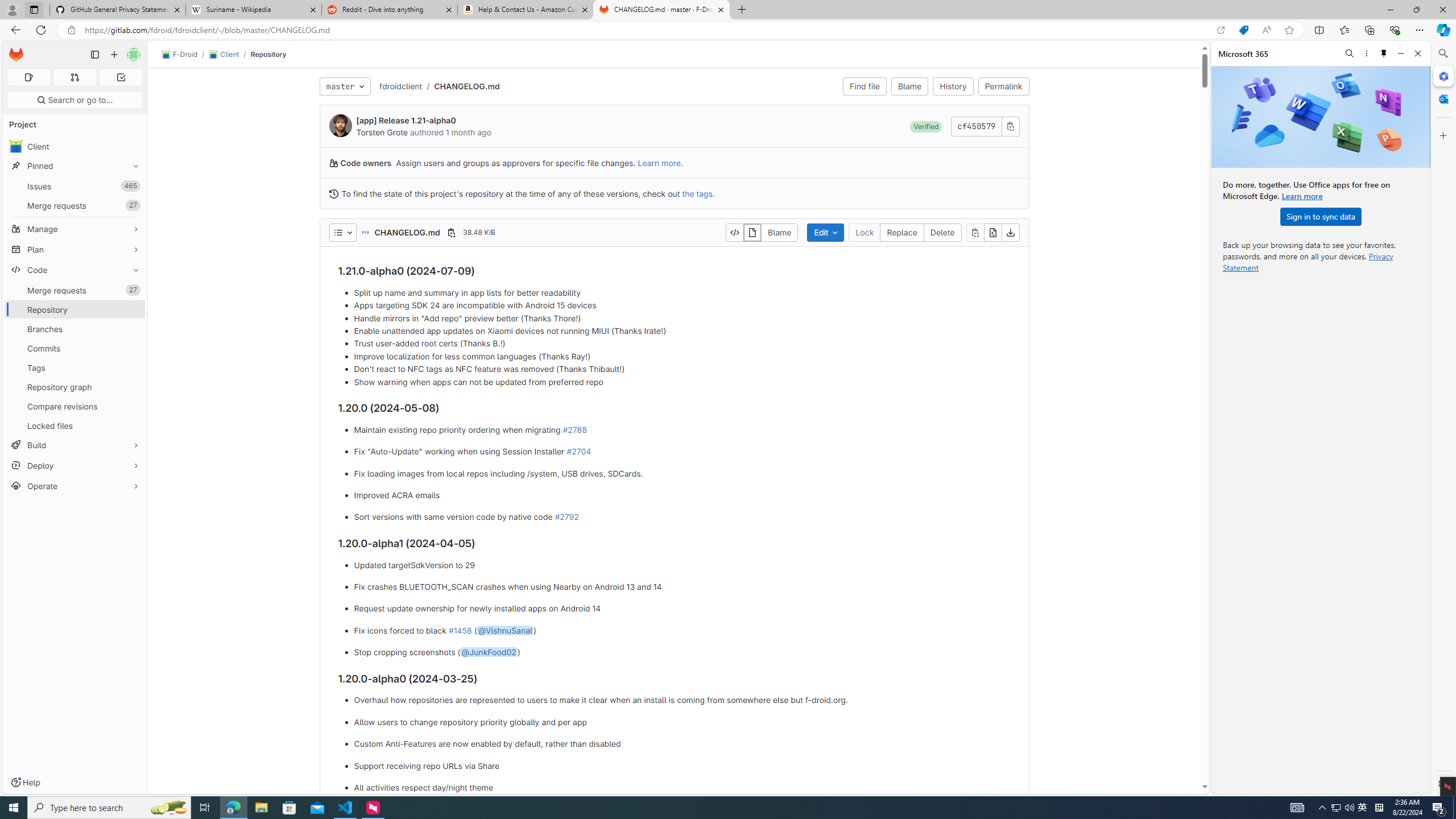 This screenshot has height=819, width=1456. What do you see at coordinates (179, 54) in the screenshot?
I see `'F-Droid'` at bounding box center [179, 54].